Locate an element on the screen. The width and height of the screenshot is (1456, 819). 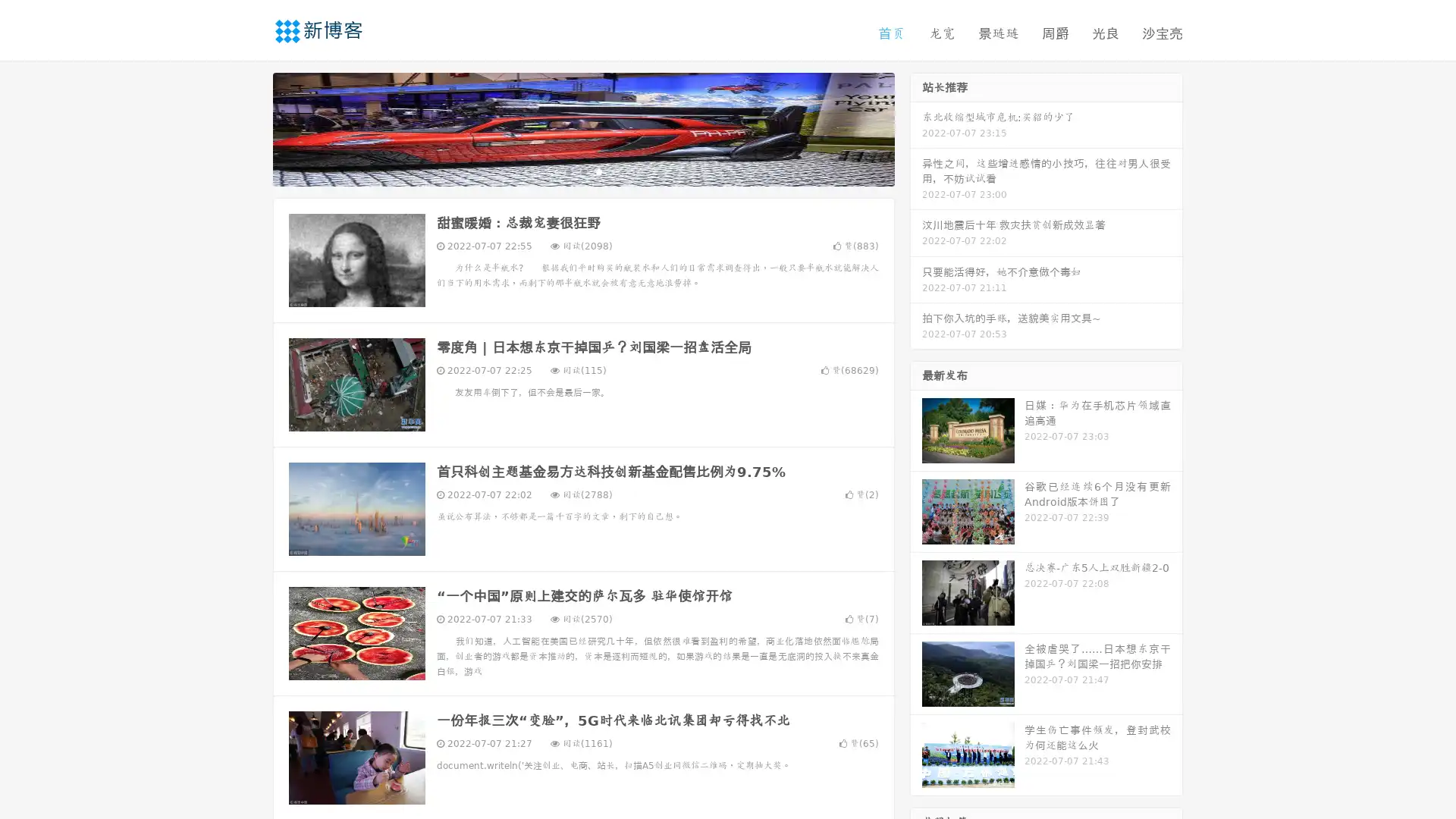
Go to slide 1 is located at coordinates (567, 171).